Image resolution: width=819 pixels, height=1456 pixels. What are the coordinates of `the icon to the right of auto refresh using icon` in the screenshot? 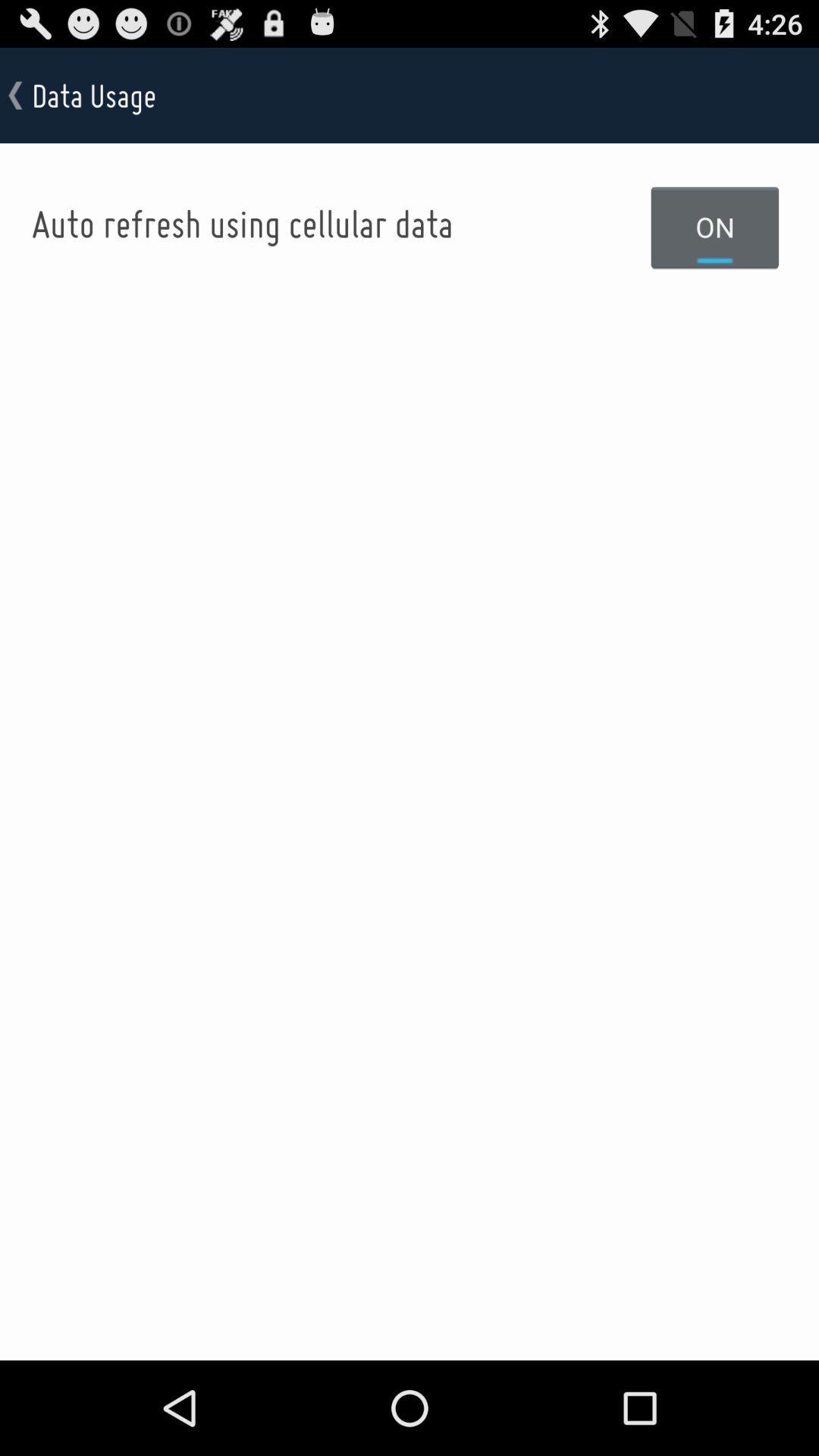 It's located at (715, 226).